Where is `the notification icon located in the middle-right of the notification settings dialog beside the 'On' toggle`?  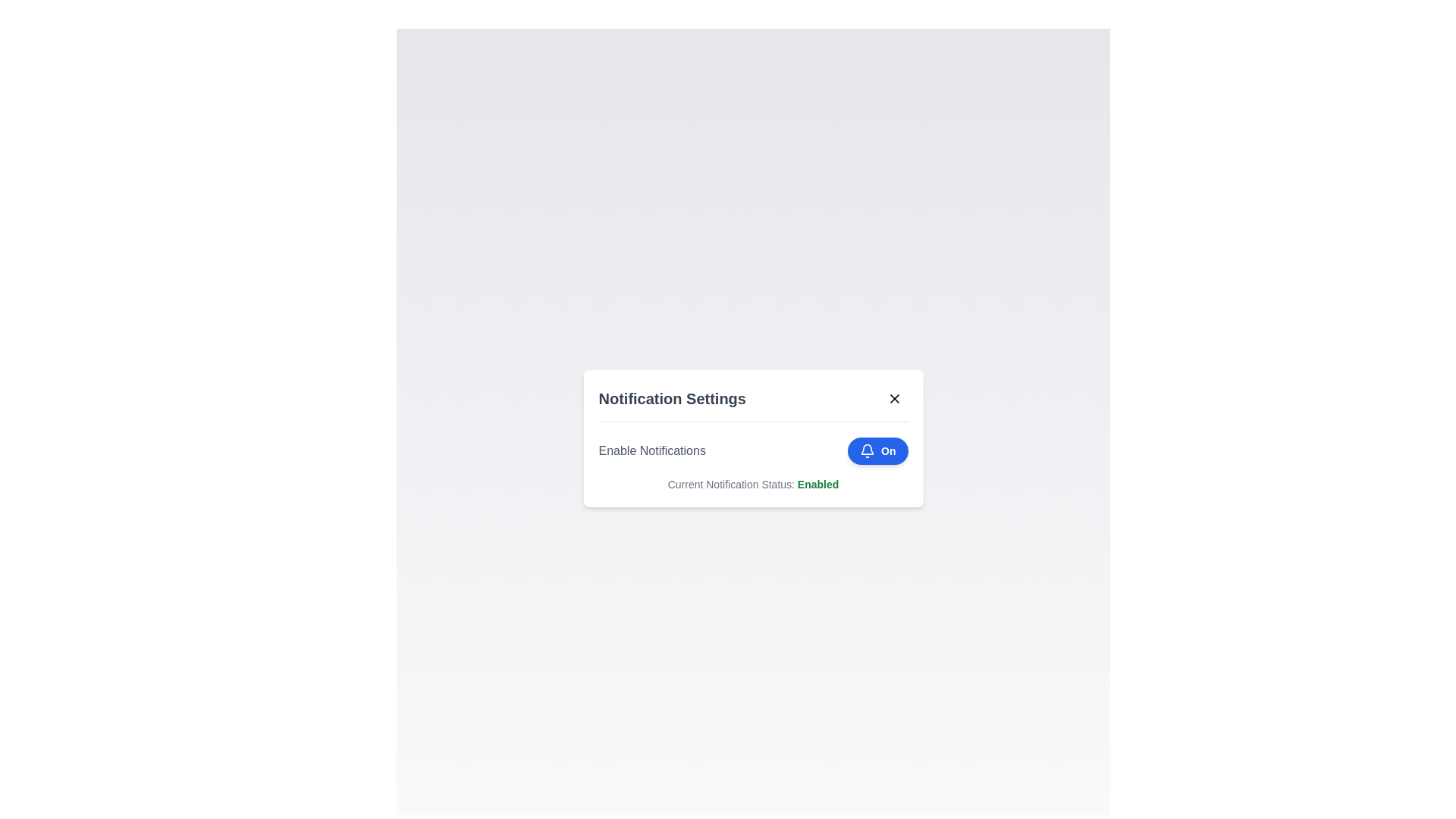 the notification icon located in the middle-right of the notification settings dialog beside the 'On' toggle is located at coordinates (868, 448).